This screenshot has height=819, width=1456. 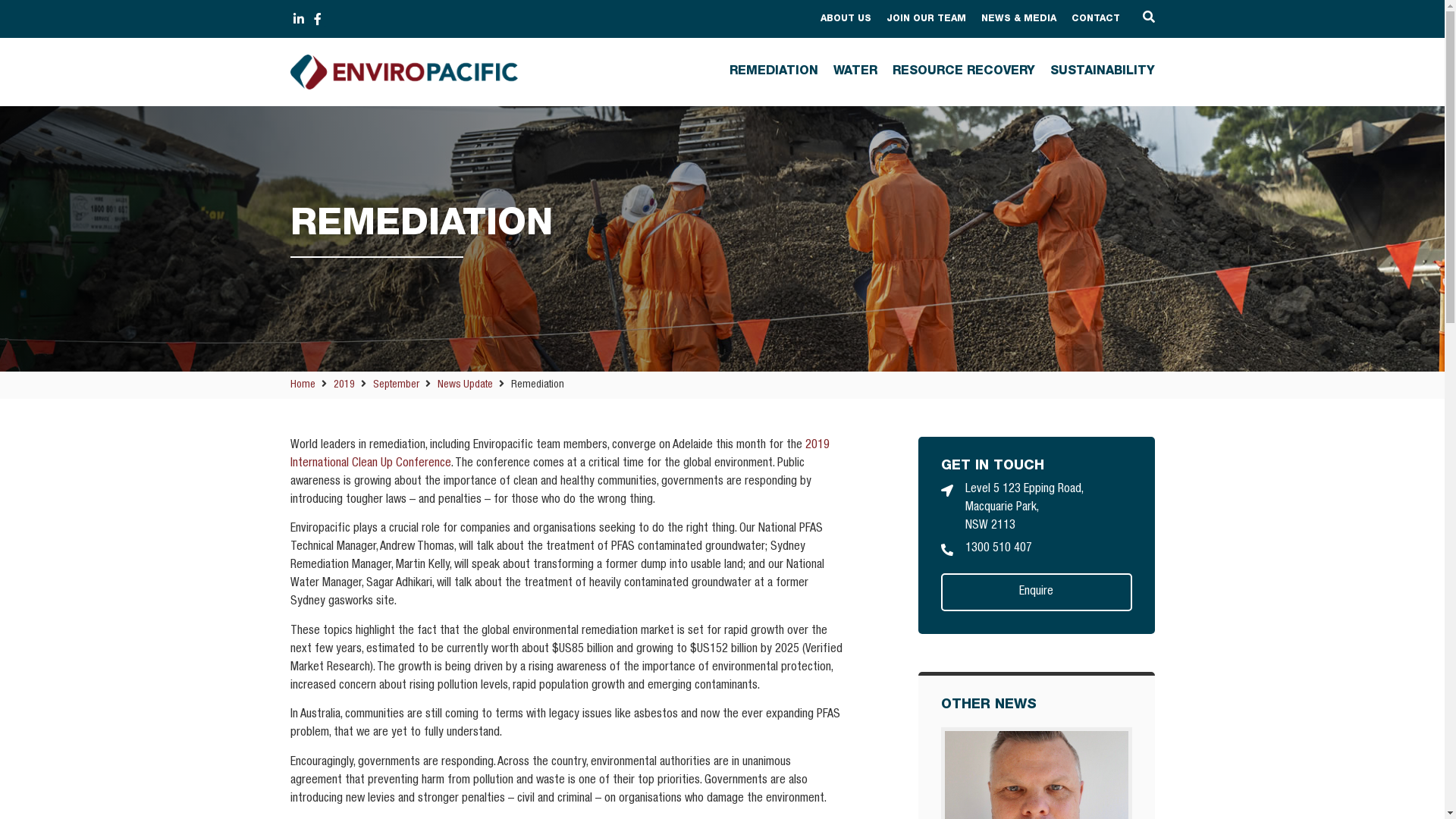 What do you see at coordinates (302, 384) in the screenshot?
I see `'Home'` at bounding box center [302, 384].